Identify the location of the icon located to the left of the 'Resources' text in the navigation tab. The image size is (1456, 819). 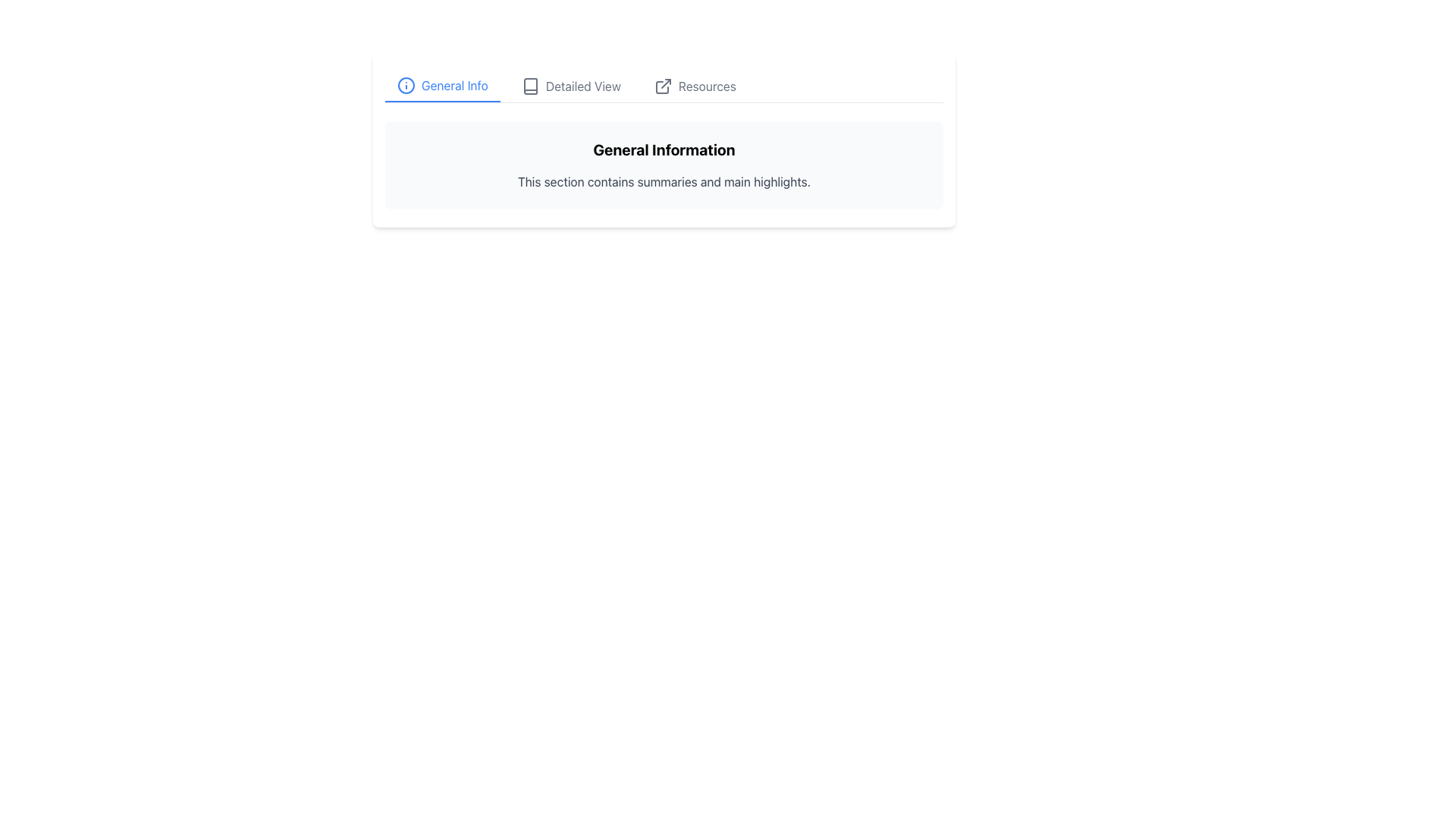
(663, 86).